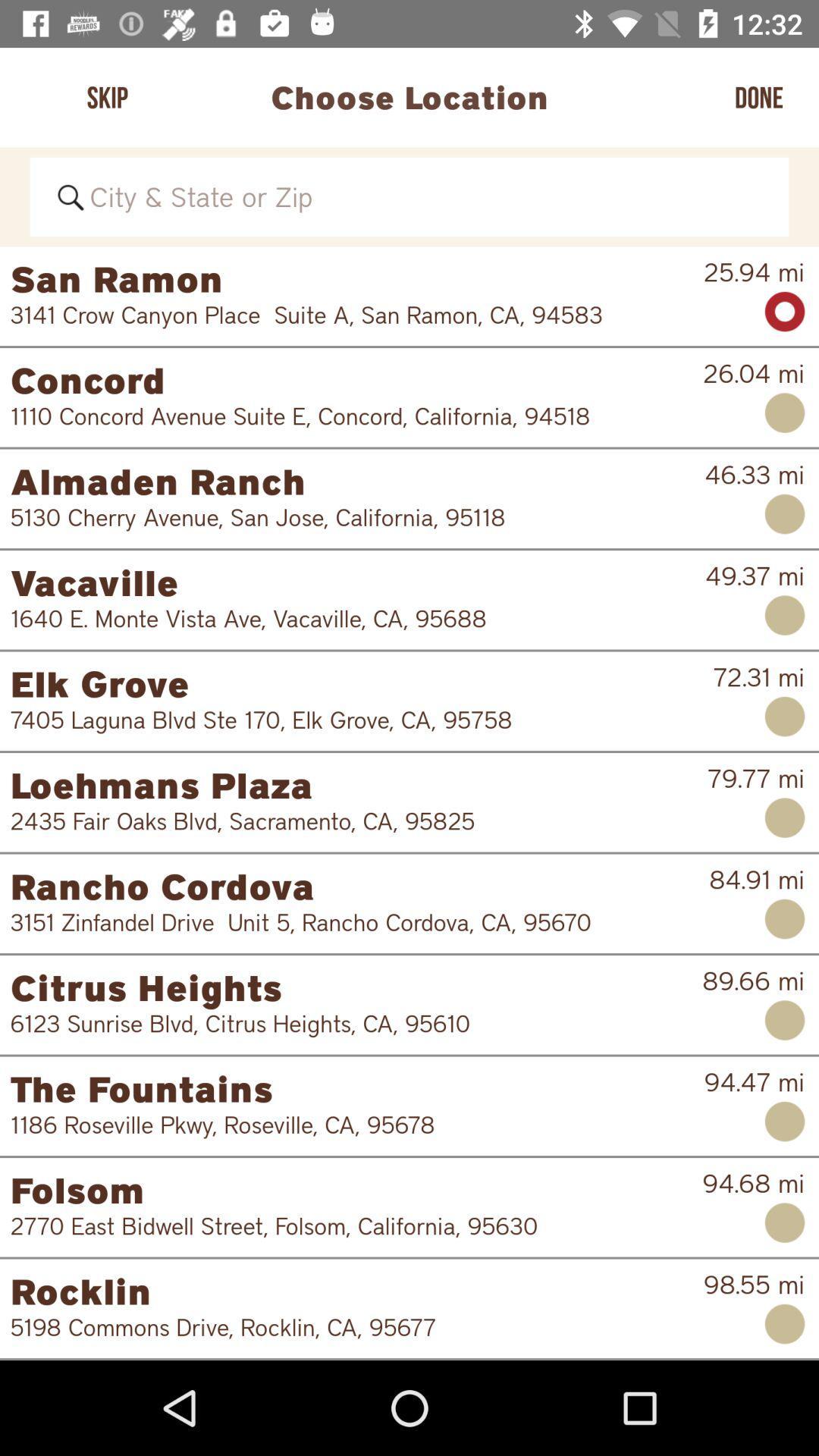  What do you see at coordinates (754, 1284) in the screenshot?
I see `98.55 mi` at bounding box center [754, 1284].